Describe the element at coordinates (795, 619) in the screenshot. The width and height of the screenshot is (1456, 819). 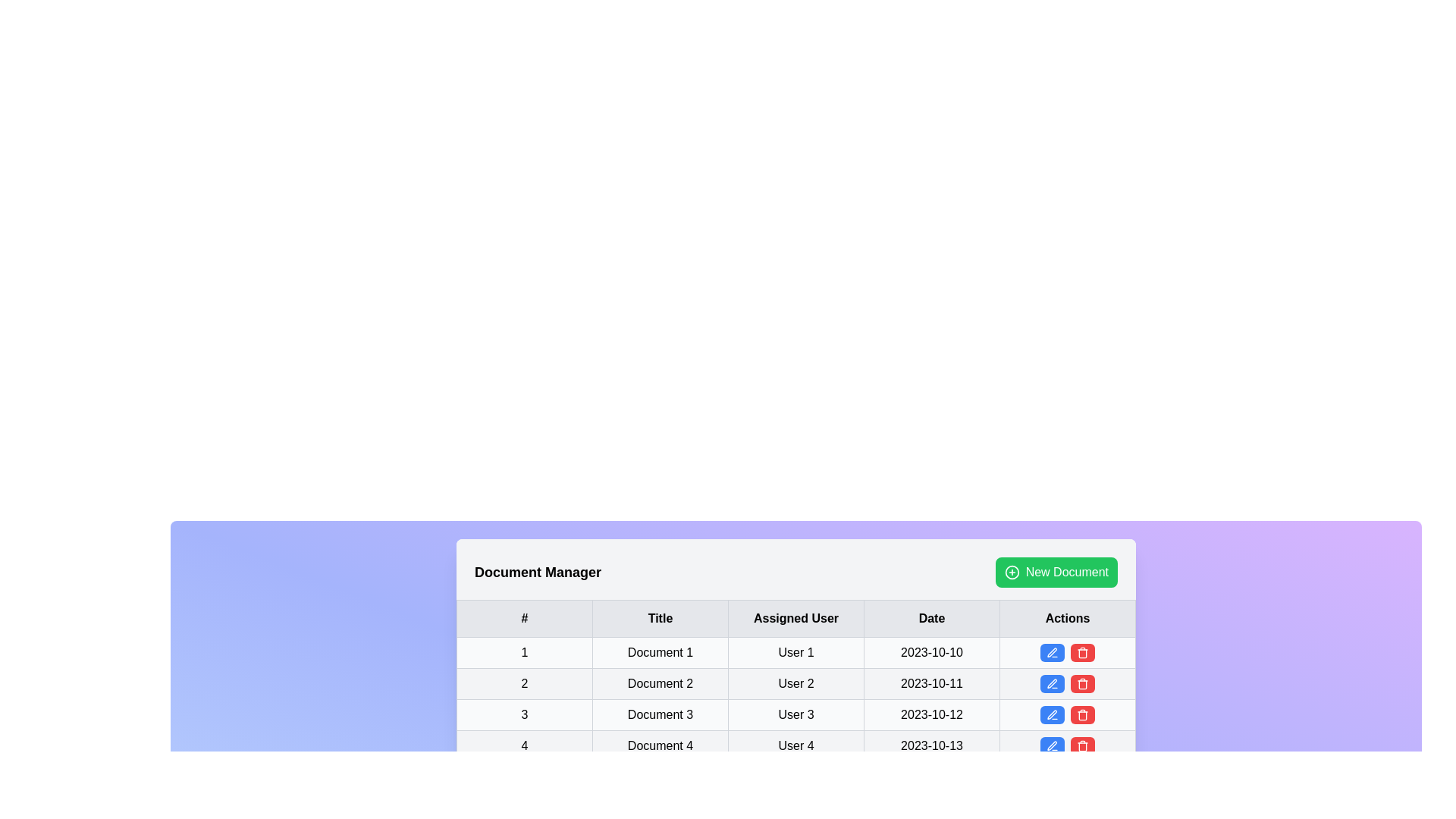
I see `on the 'Assigned User' table header` at that location.